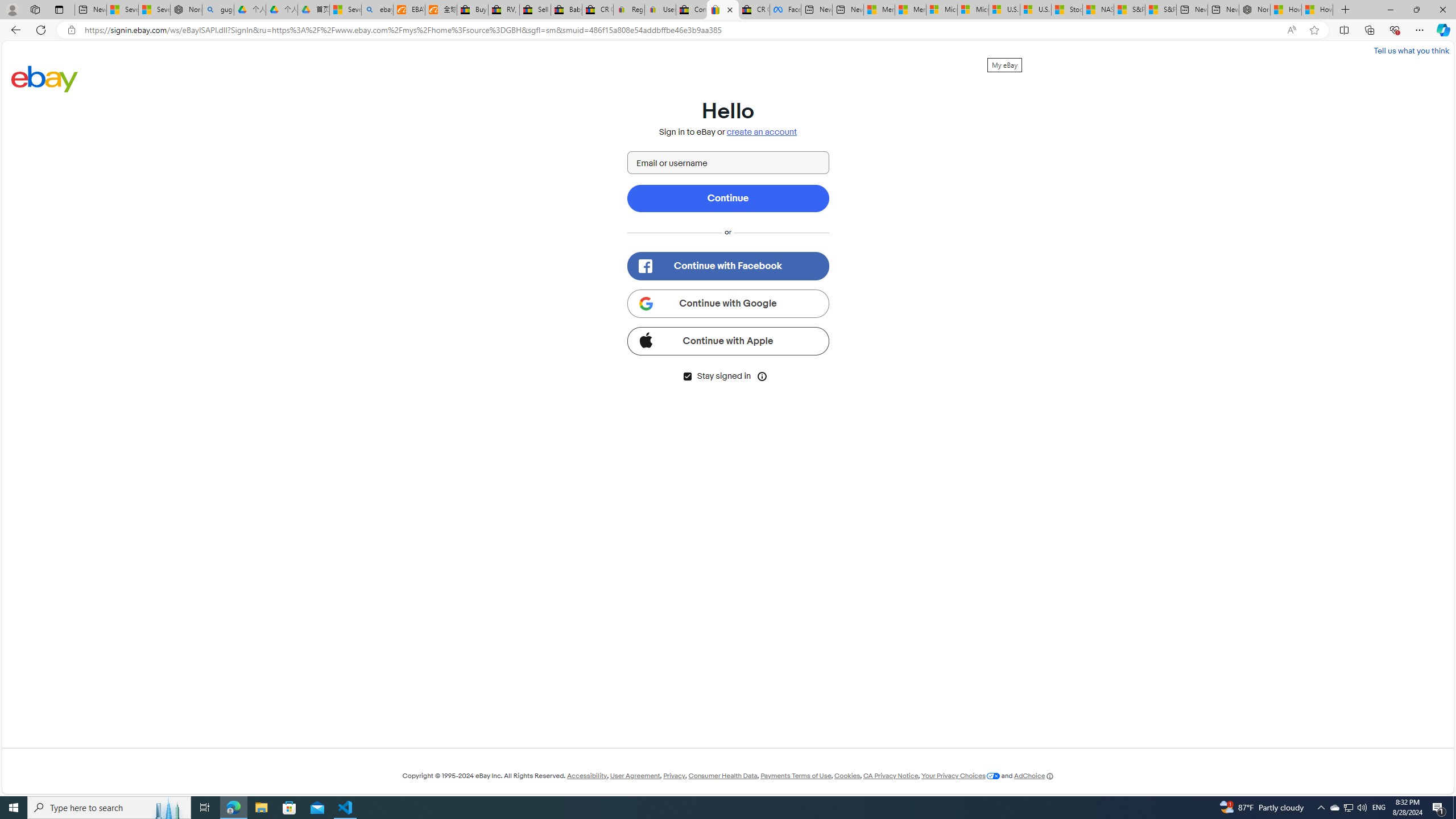 The height and width of the screenshot is (819, 1456). What do you see at coordinates (728, 340) in the screenshot?
I see `'Continue with Apple'` at bounding box center [728, 340].